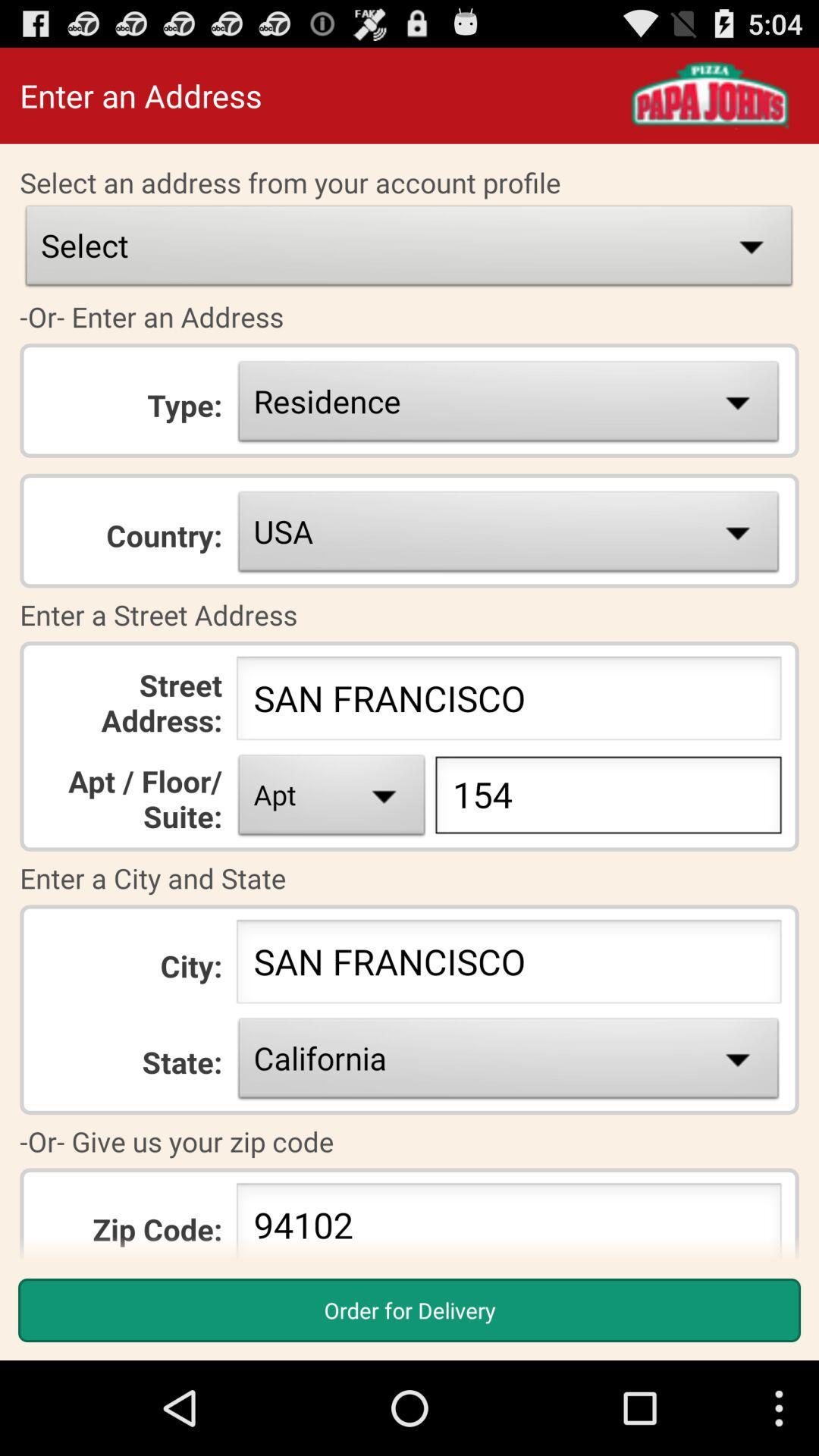 The width and height of the screenshot is (819, 1456). Describe the element at coordinates (607, 799) in the screenshot. I see `type 154 just to the right of apt drop down box` at that location.